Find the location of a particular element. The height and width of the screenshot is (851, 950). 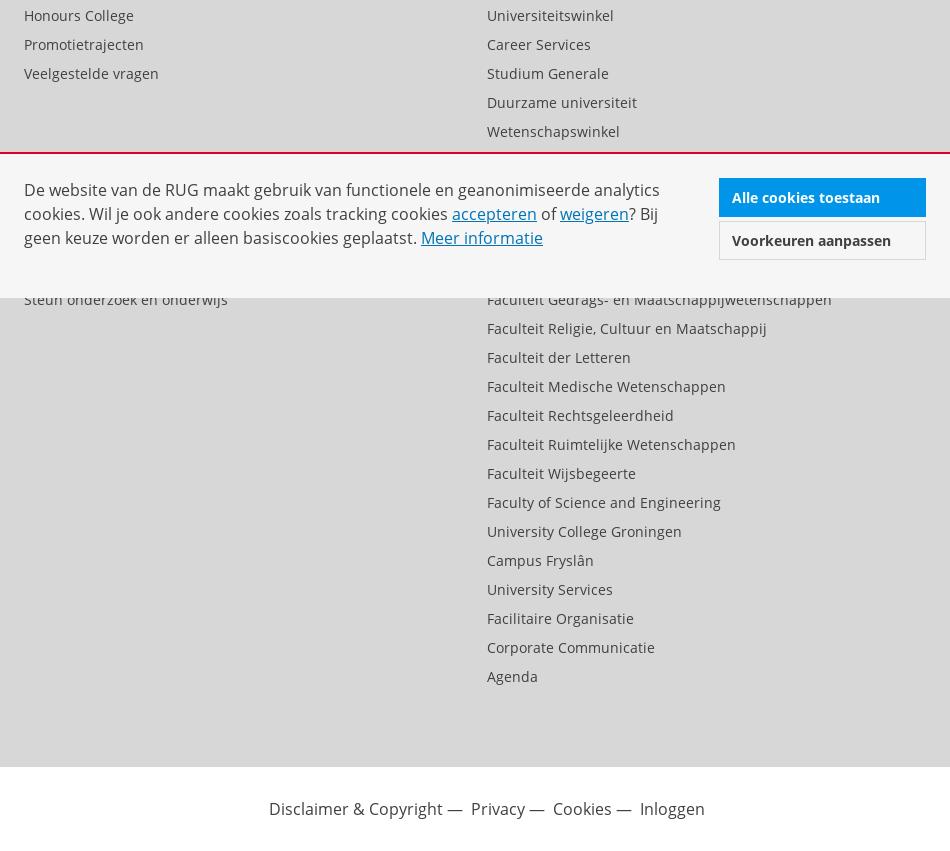

'Promotietrajecten' is located at coordinates (83, 43).